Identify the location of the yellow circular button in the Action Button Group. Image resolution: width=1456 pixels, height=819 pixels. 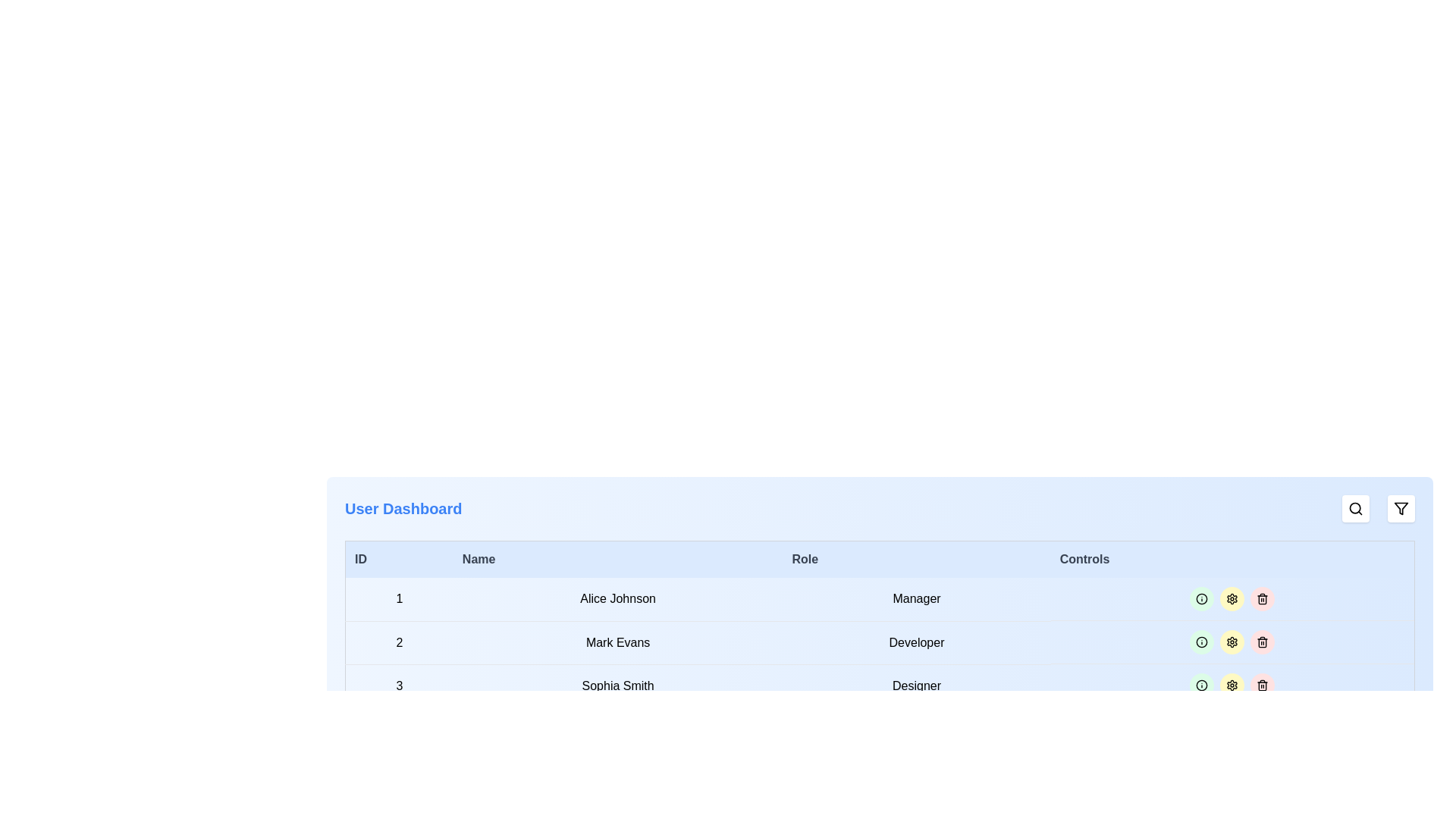
(1232, 598).